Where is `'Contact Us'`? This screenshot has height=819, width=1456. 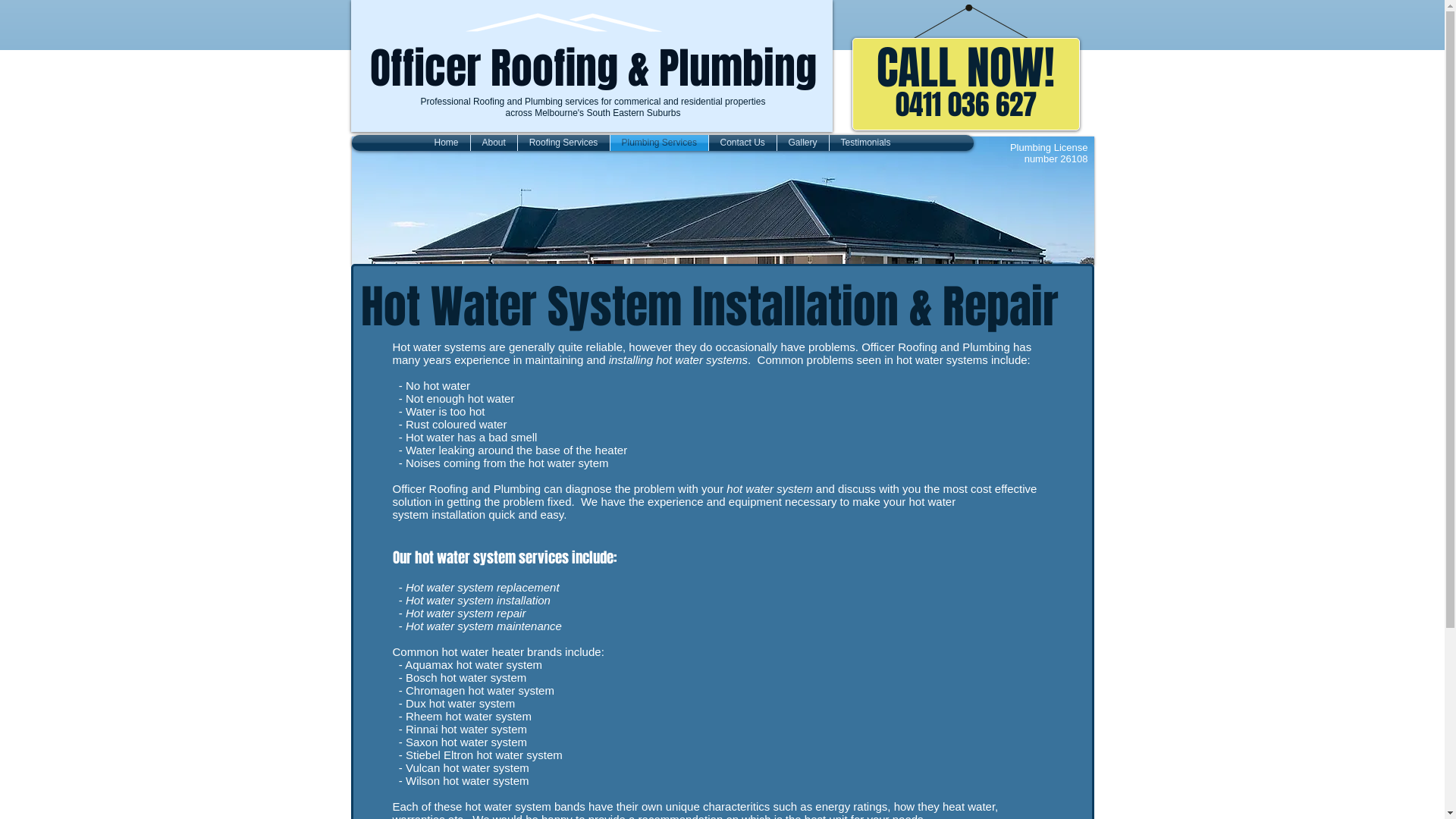 'Contact Us' is located at coordinates (742, 143).